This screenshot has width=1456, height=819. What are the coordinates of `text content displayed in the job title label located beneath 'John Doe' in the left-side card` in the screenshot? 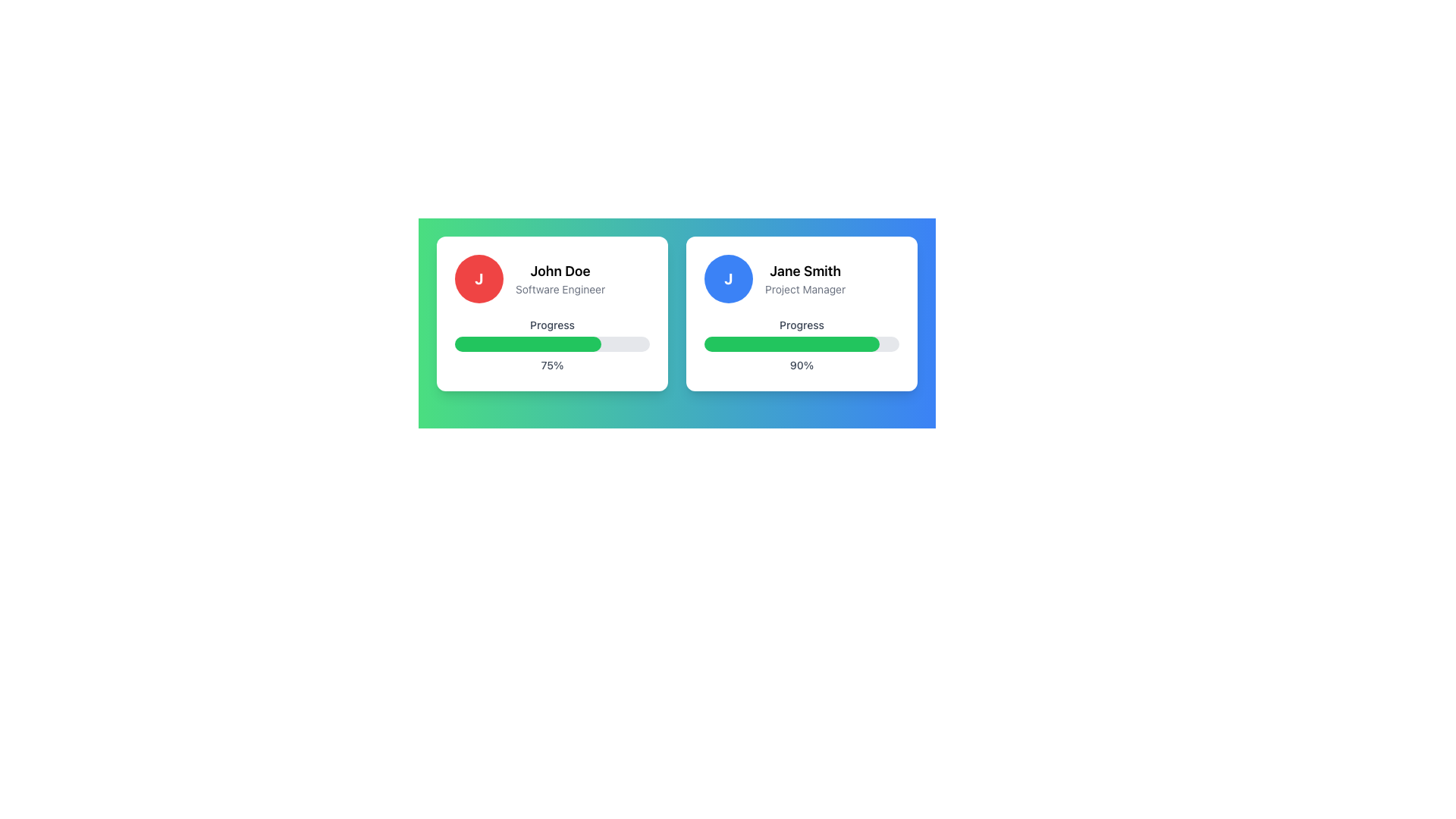 It's located at (560, 289).